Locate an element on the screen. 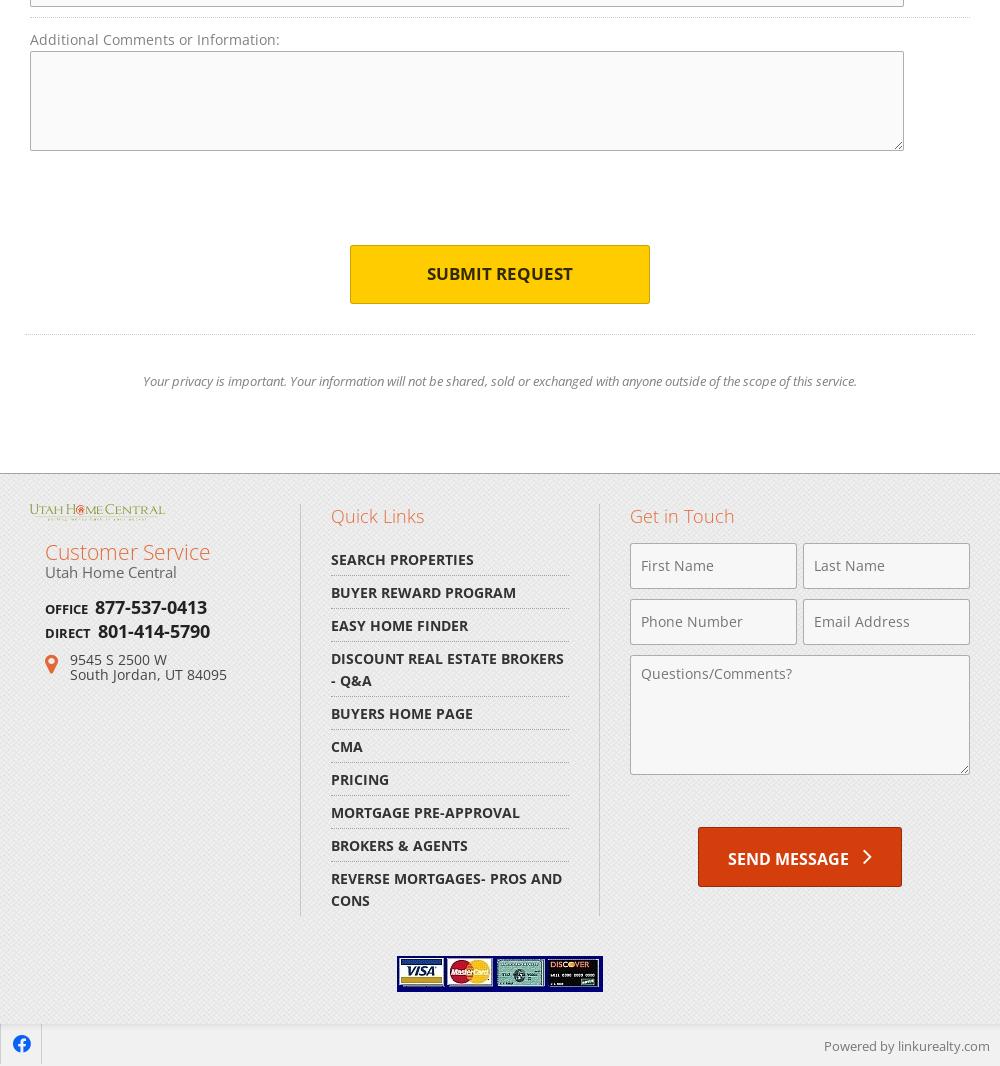 This screenshot has width=1000, height=1066. 'Discount Real Estate Brokers - Q&A' is located at coordinates (446, 667).